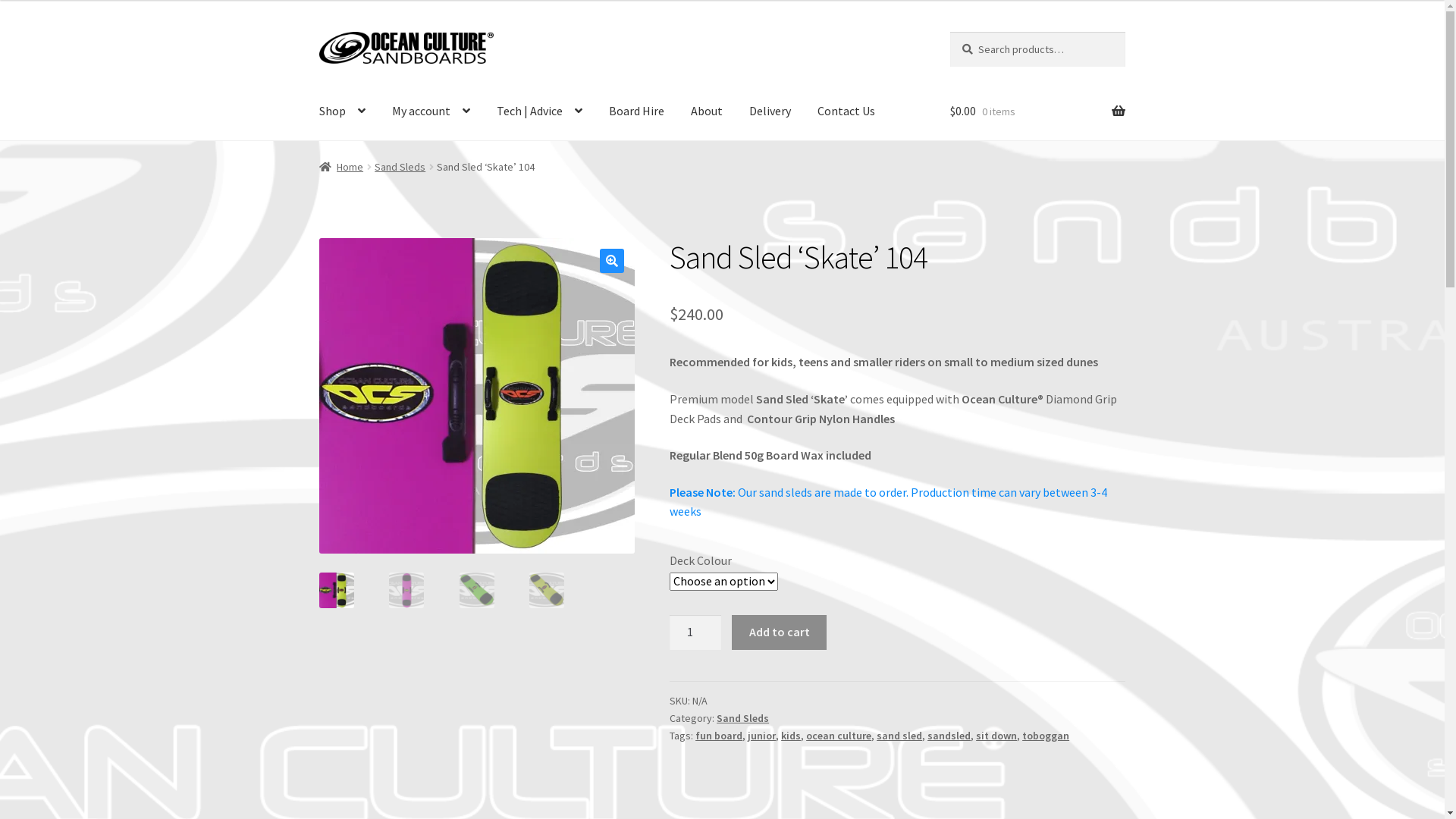 This screenshot has height=819, width=1456. Describe the element at coordinates (996, 734) in the screenshot. I see `'sit down'` at that location.